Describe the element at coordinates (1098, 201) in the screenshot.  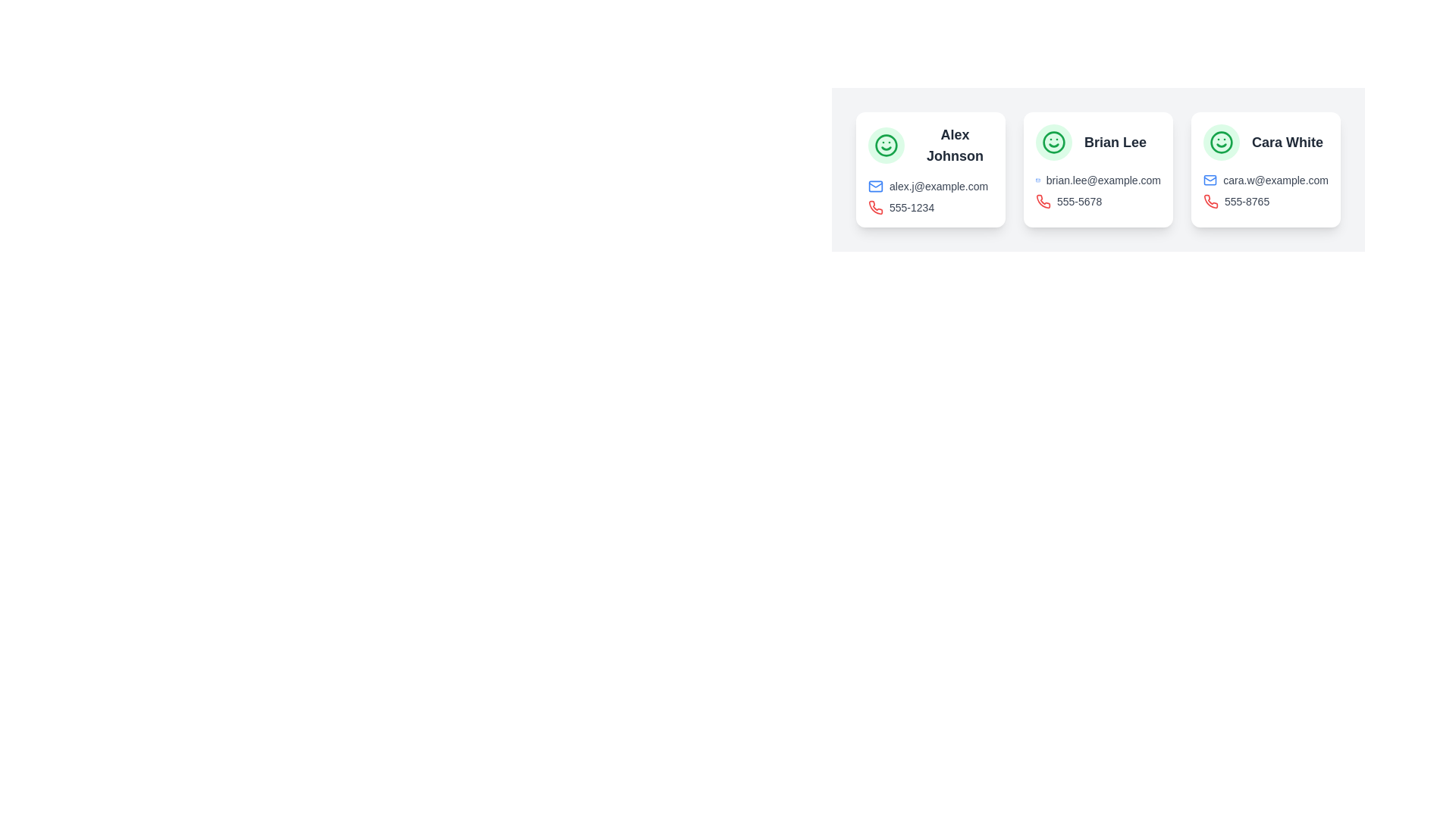
I see `the text displaying the phone number for 'Brian Lee', located below the email address and adjacent to the green avatar icon` at that location.